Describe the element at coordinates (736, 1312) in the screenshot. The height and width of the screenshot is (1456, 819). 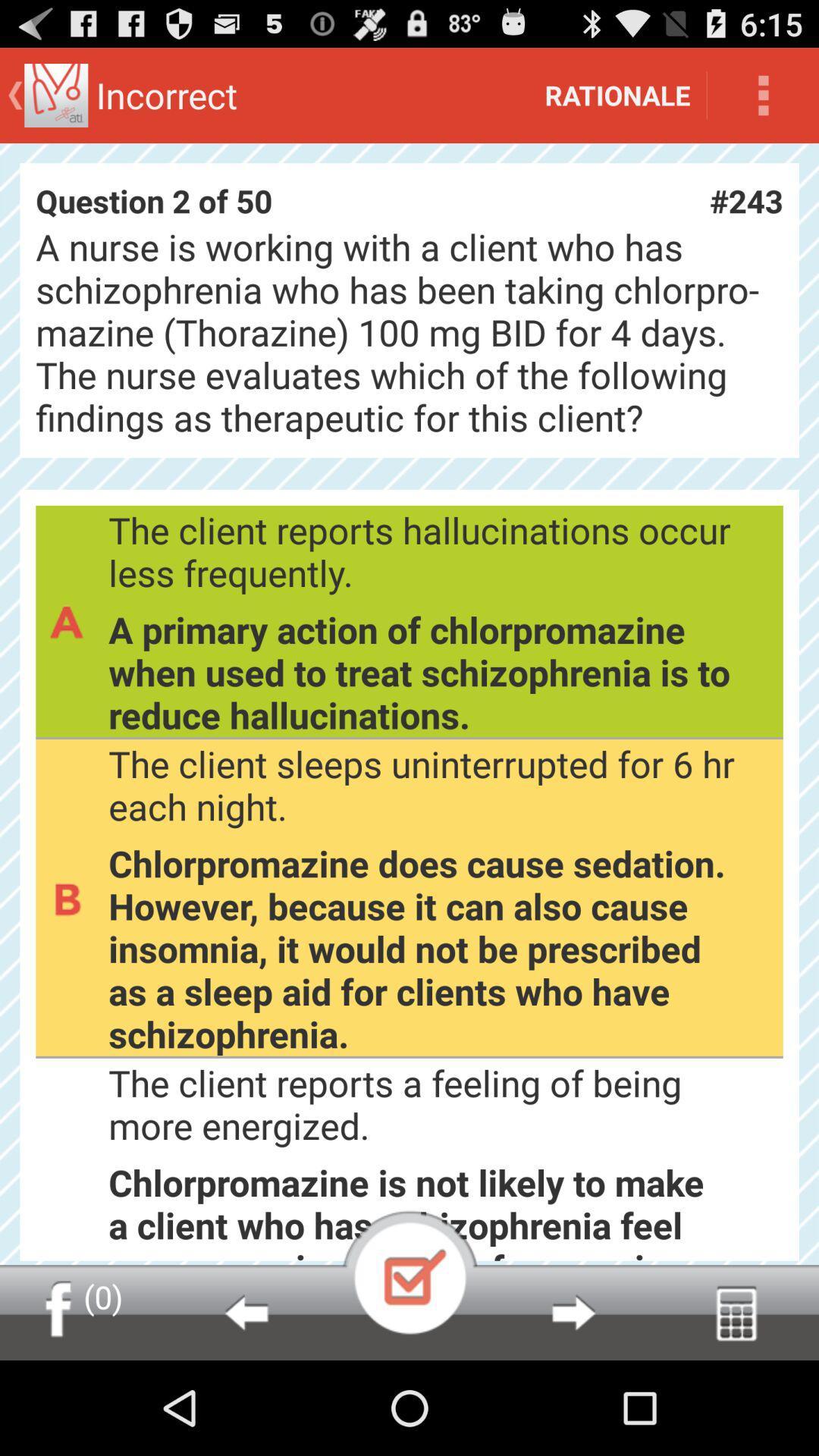
I see `pull up dial pad` at that location.